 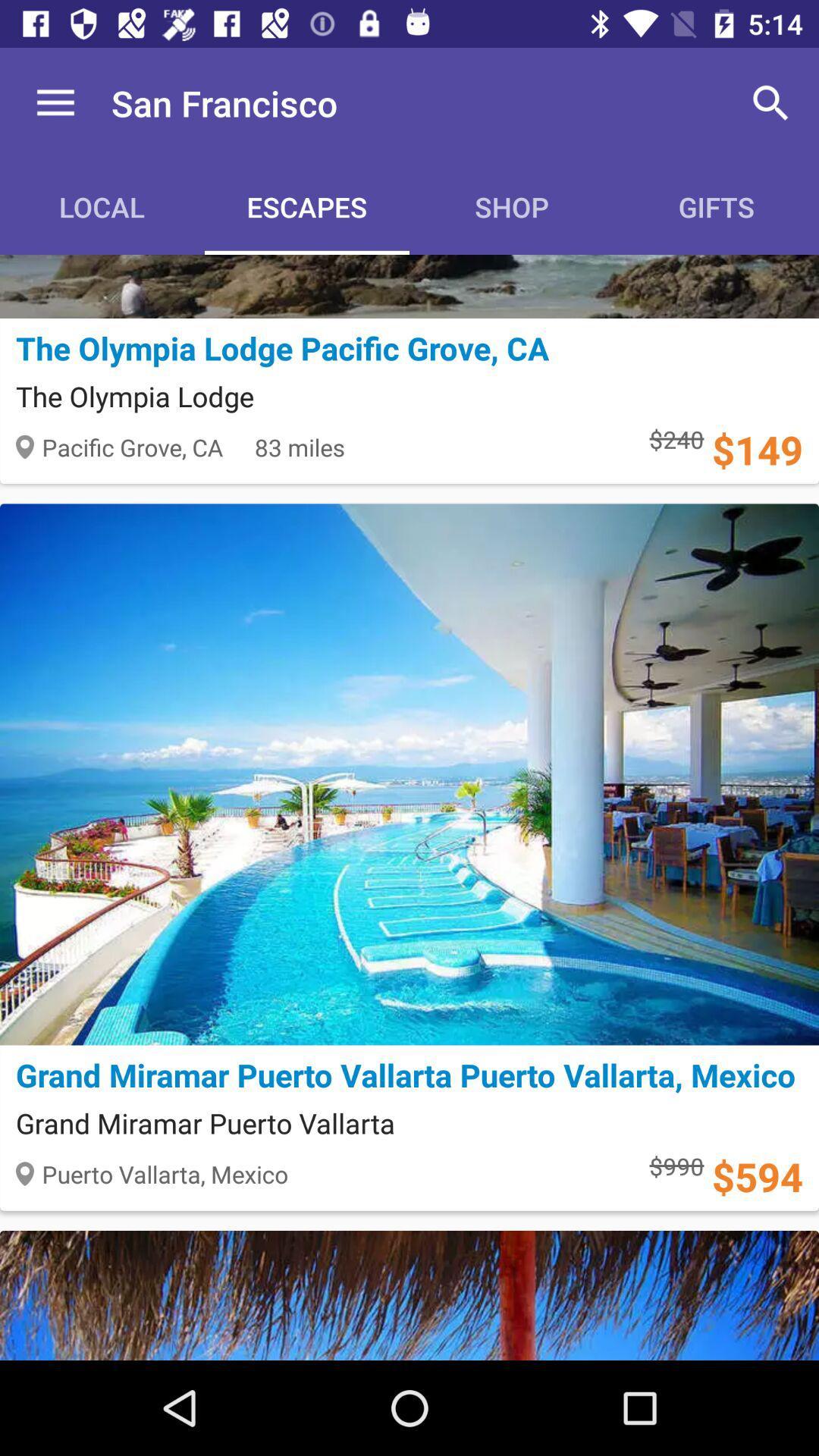 What do you see at coordinates (55, 102) in the screenshot?
I see `item next to san francisco icon` at bounding box center [55, 102].